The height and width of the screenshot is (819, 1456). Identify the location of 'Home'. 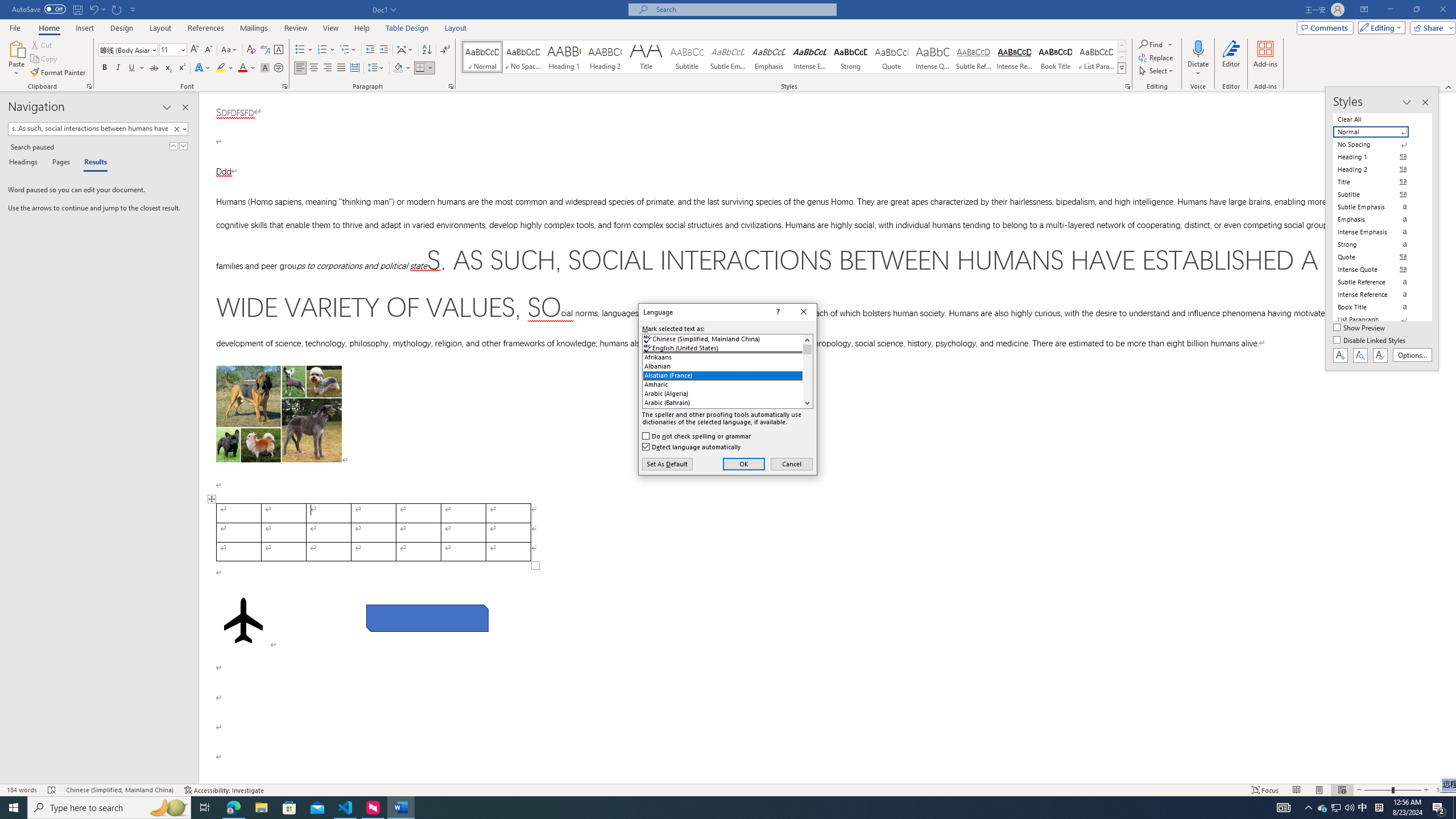
(48, 28).